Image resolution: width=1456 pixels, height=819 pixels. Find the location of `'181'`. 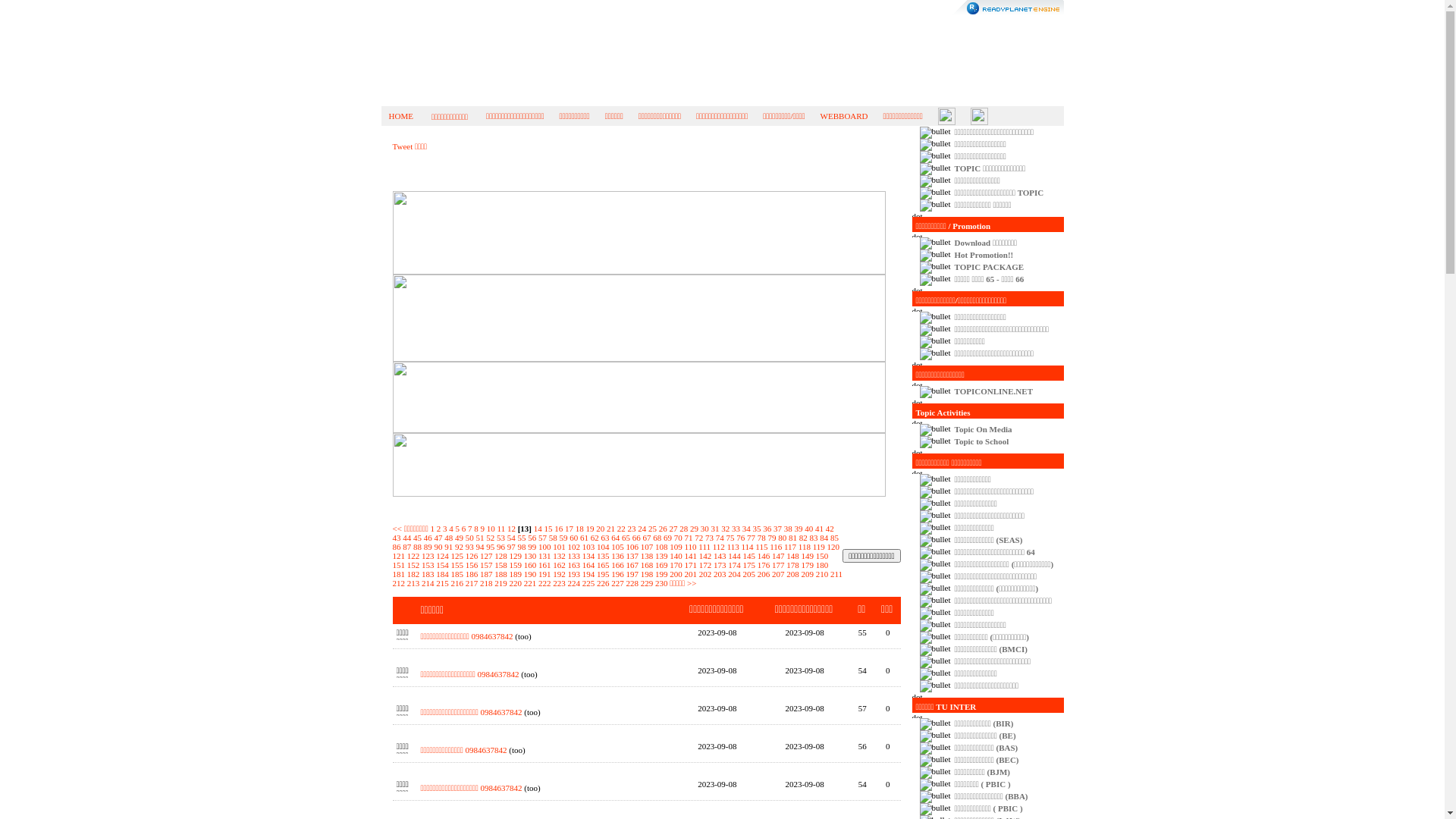

'181' is located at coordinates (399, 573).